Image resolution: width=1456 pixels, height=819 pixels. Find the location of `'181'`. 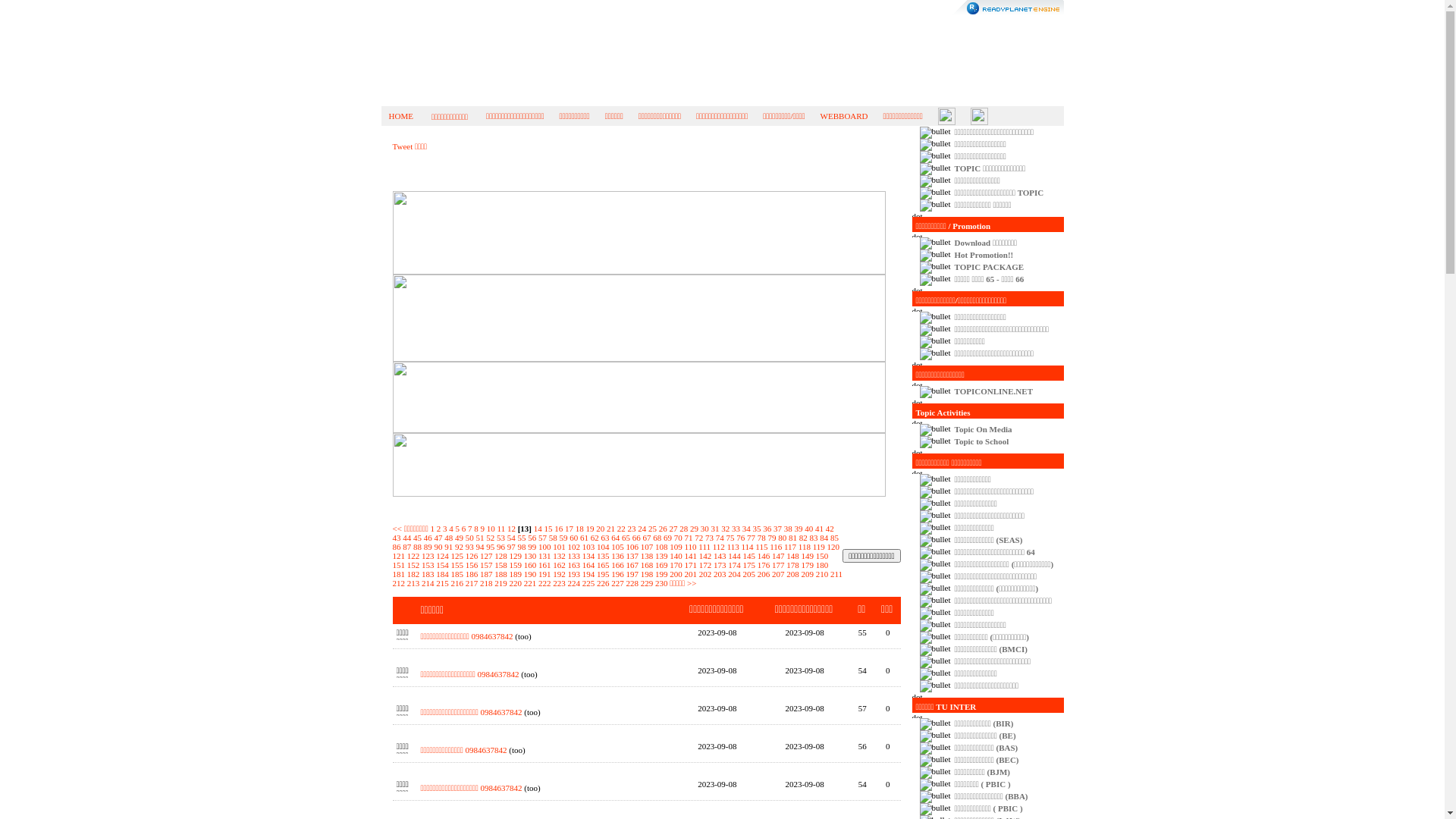

'181' is located at coordinates (399, 573).